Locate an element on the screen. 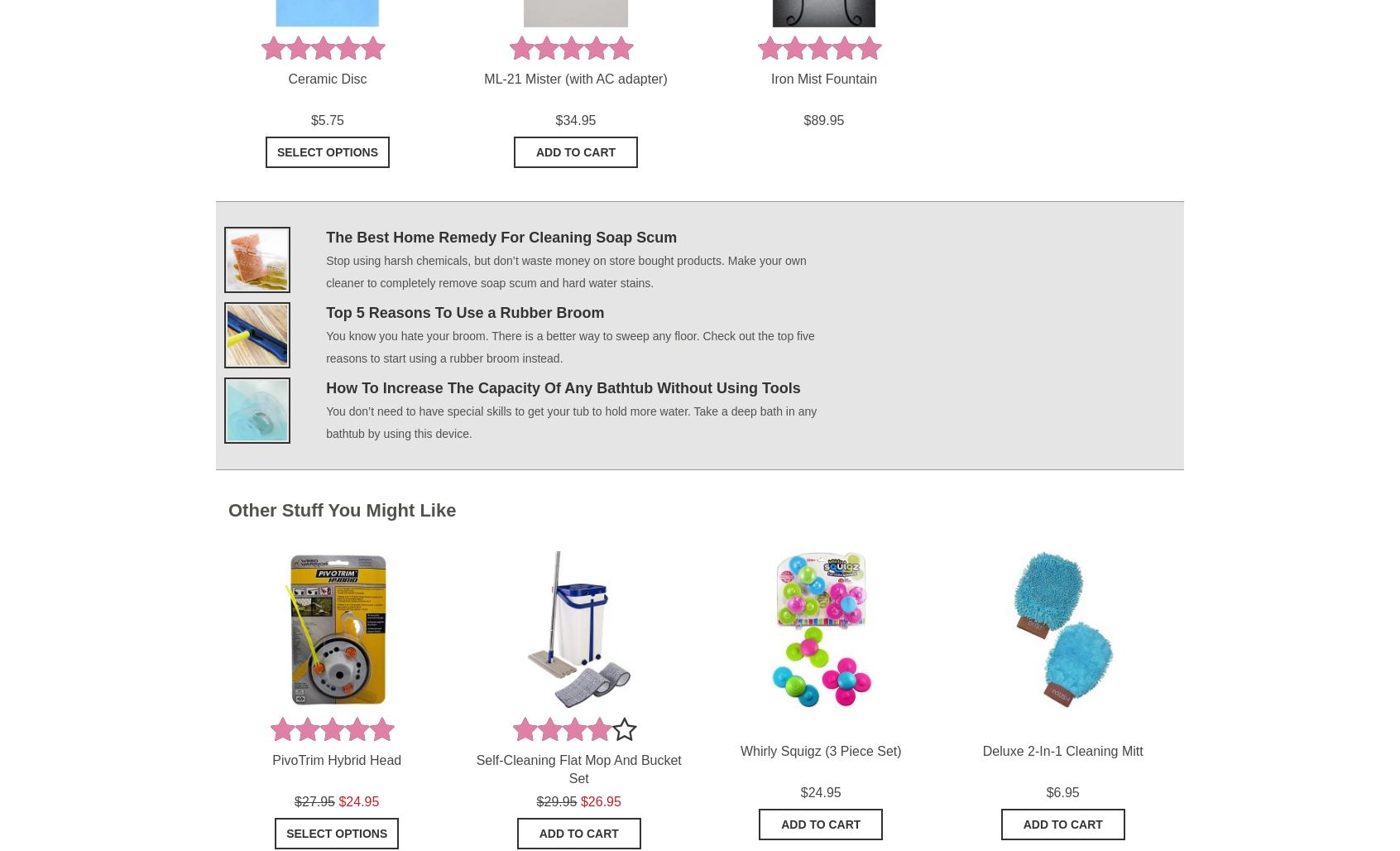 This screenshot has width=1400, height=851. 'Self-Cleaning Flat Mop And Bucket Set' is located at coordinates (578, 769).